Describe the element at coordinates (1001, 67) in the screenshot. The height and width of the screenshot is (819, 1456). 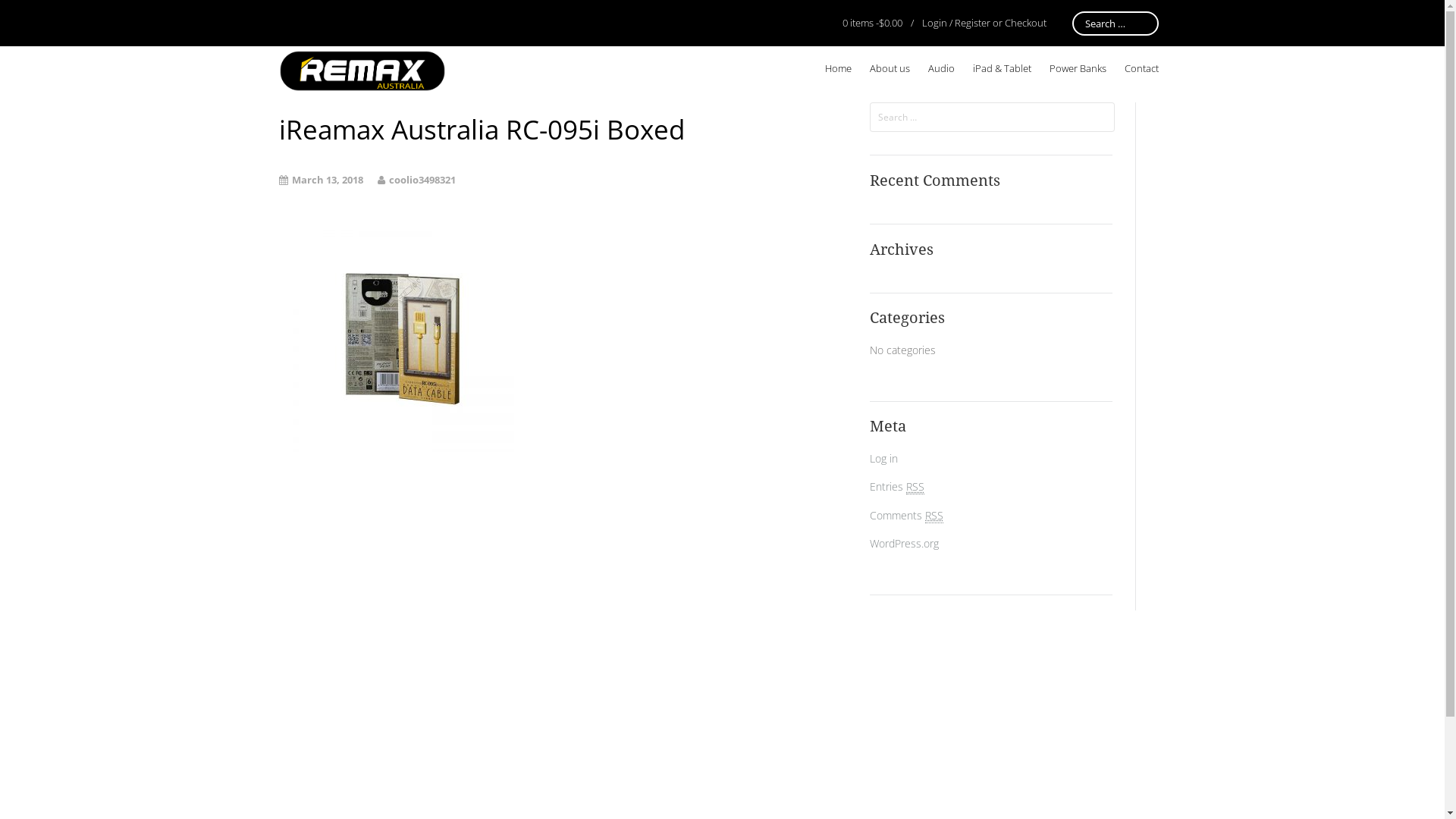
I see `'iPad & Tablet'` at that location.